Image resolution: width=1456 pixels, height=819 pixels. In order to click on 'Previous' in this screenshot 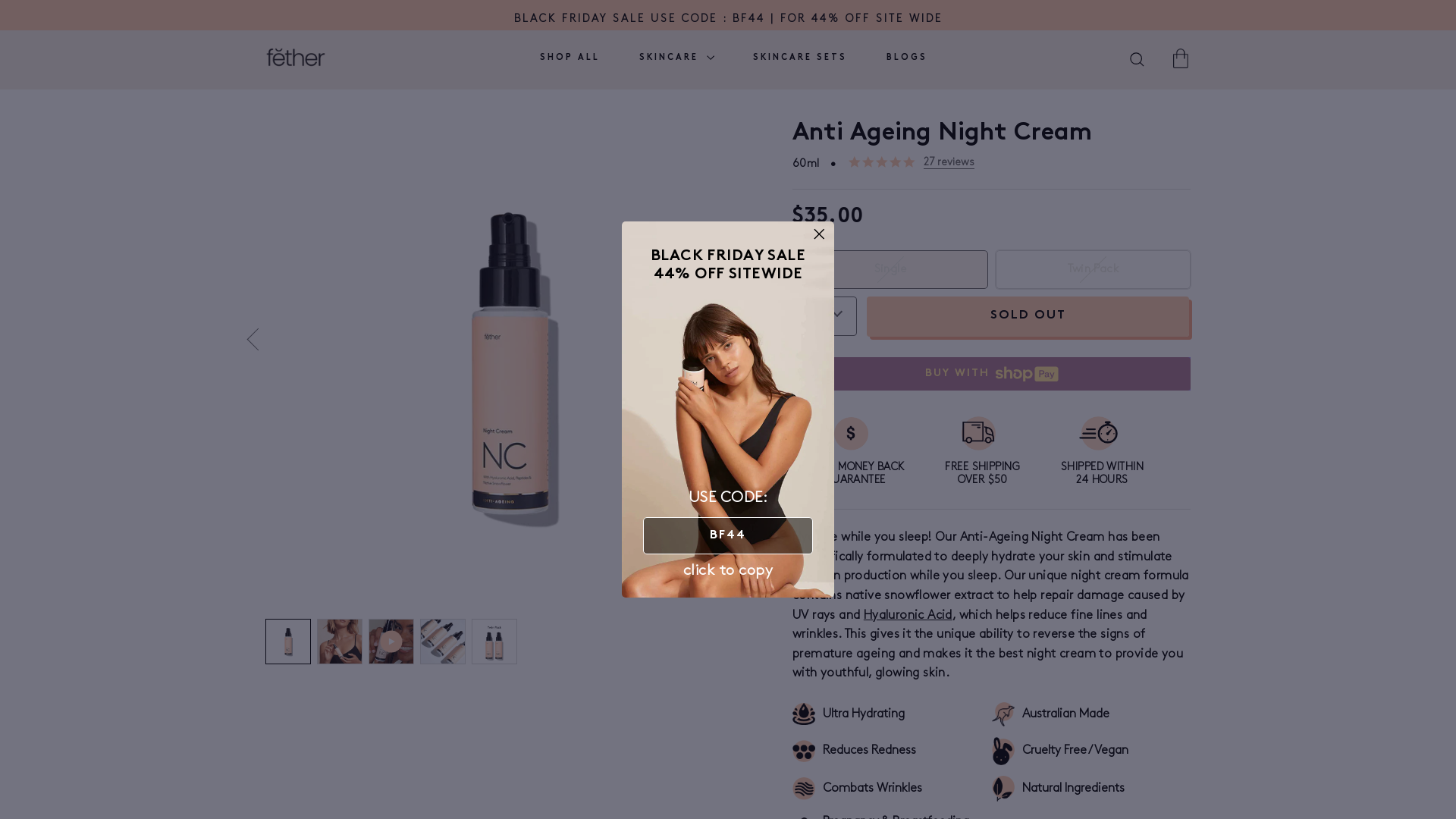, I will do `click(258, 338)`.